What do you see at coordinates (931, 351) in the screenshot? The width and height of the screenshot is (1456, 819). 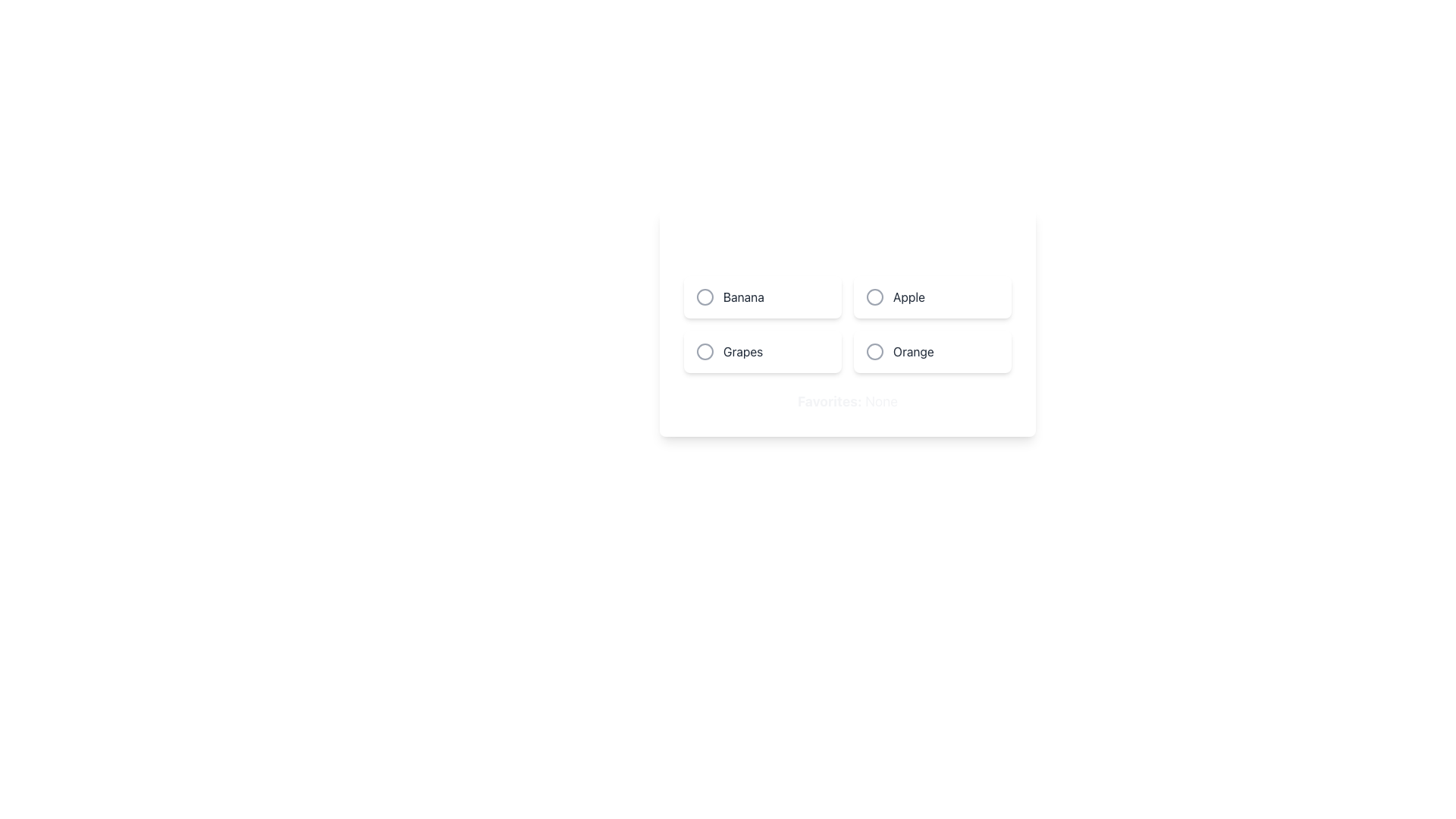 I see `the 'Orange' option card` at bounding box center [931, 351].